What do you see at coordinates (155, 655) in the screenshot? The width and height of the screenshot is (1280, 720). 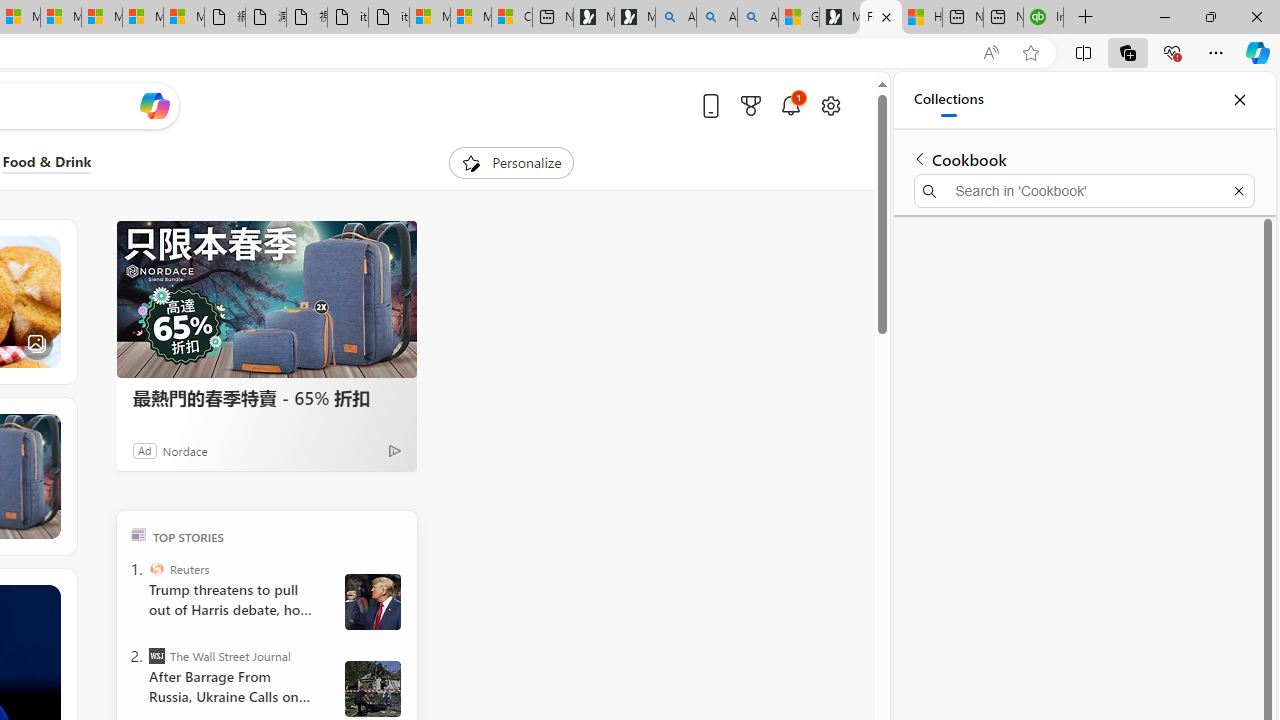 I see `'The Wall Street Journal'` at bounding box center [155, 655].